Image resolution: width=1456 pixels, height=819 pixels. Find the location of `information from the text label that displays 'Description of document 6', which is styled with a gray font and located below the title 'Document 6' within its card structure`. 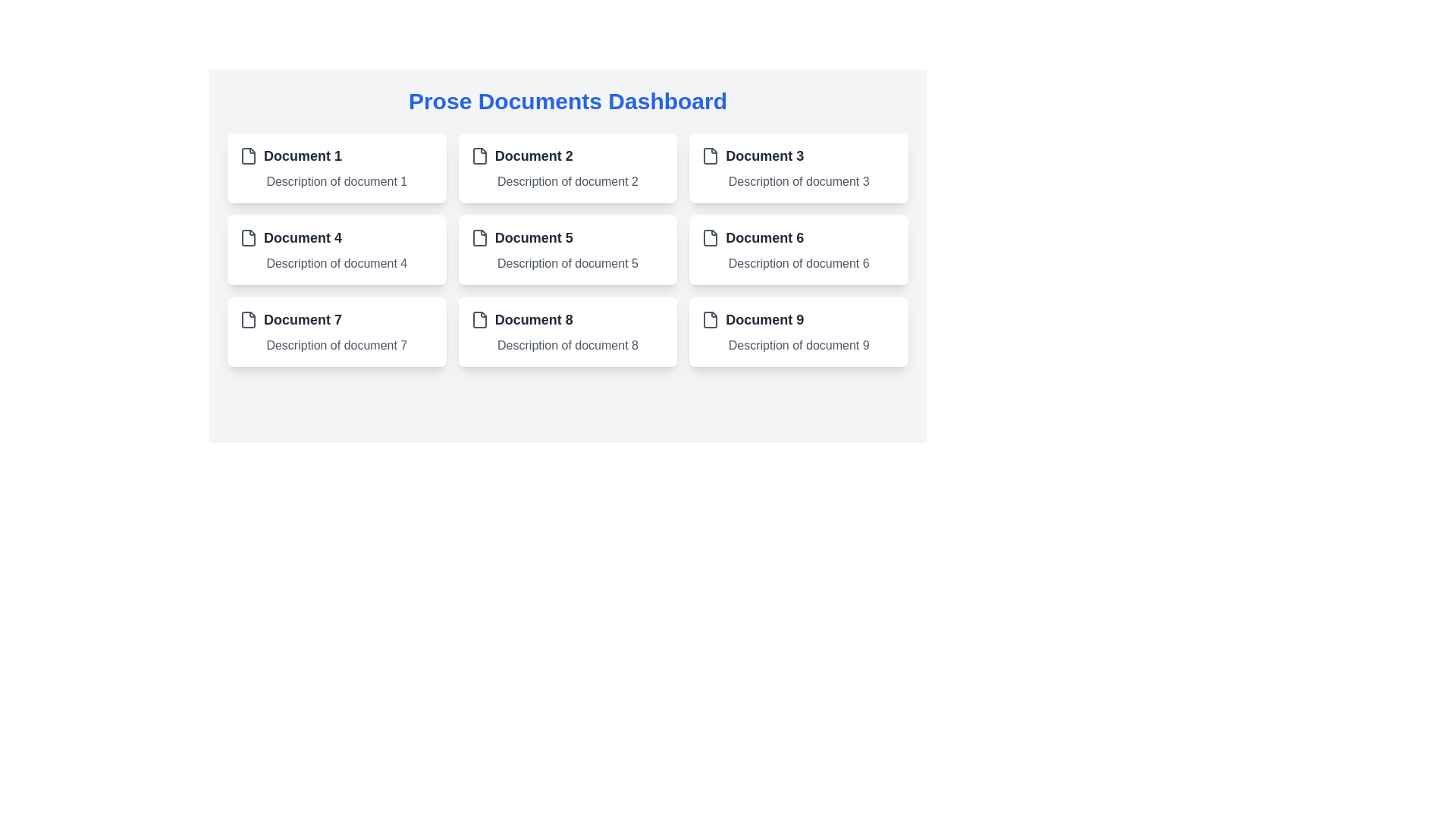

information from the text label that displays 'Description of document 6', which is styled with a gray font and located below the title 'Document 6' within its card structure is located at coordinates (798, 262).